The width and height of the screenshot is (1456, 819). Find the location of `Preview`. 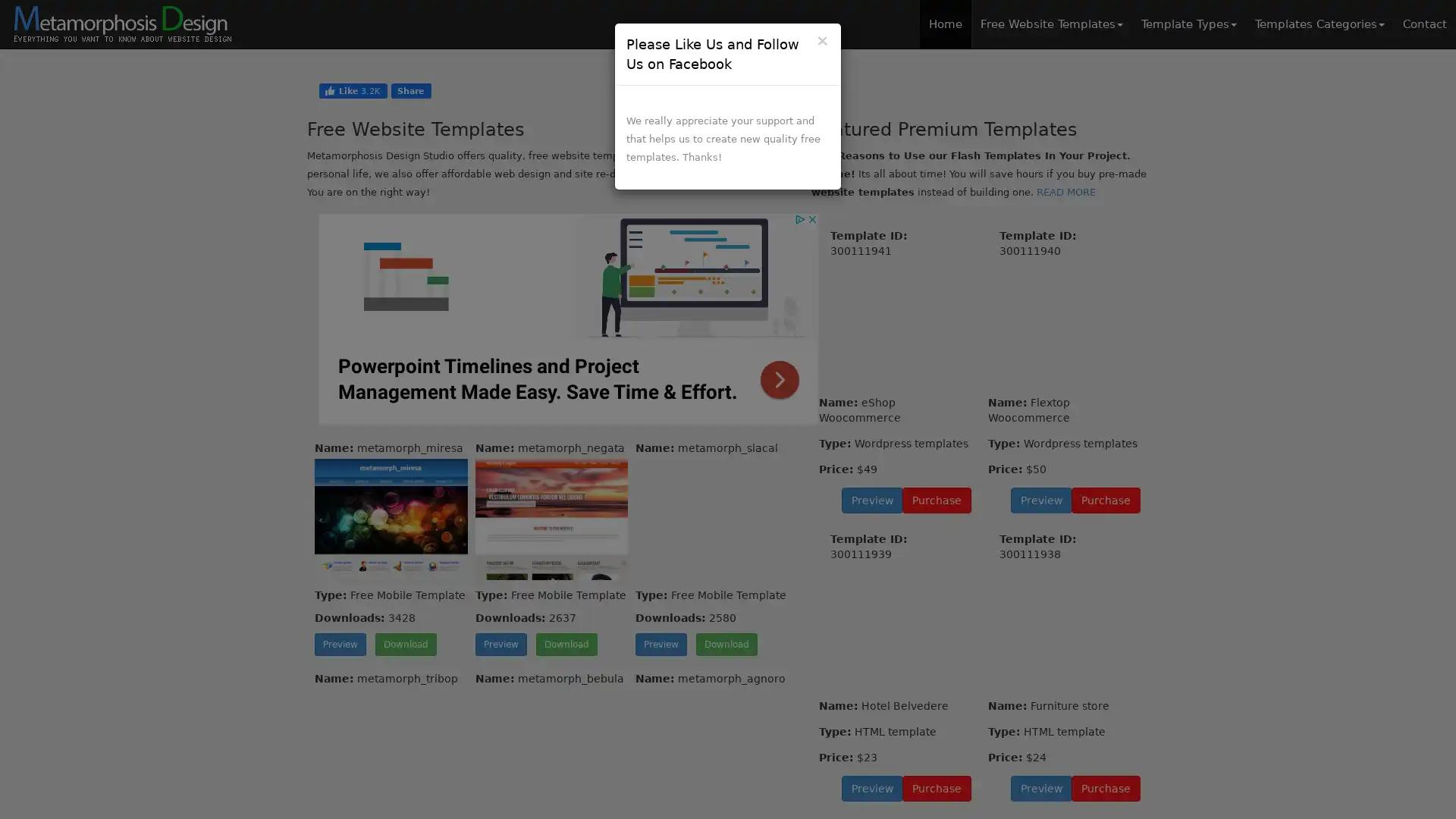

Preview is located at coordinates (661, 644).